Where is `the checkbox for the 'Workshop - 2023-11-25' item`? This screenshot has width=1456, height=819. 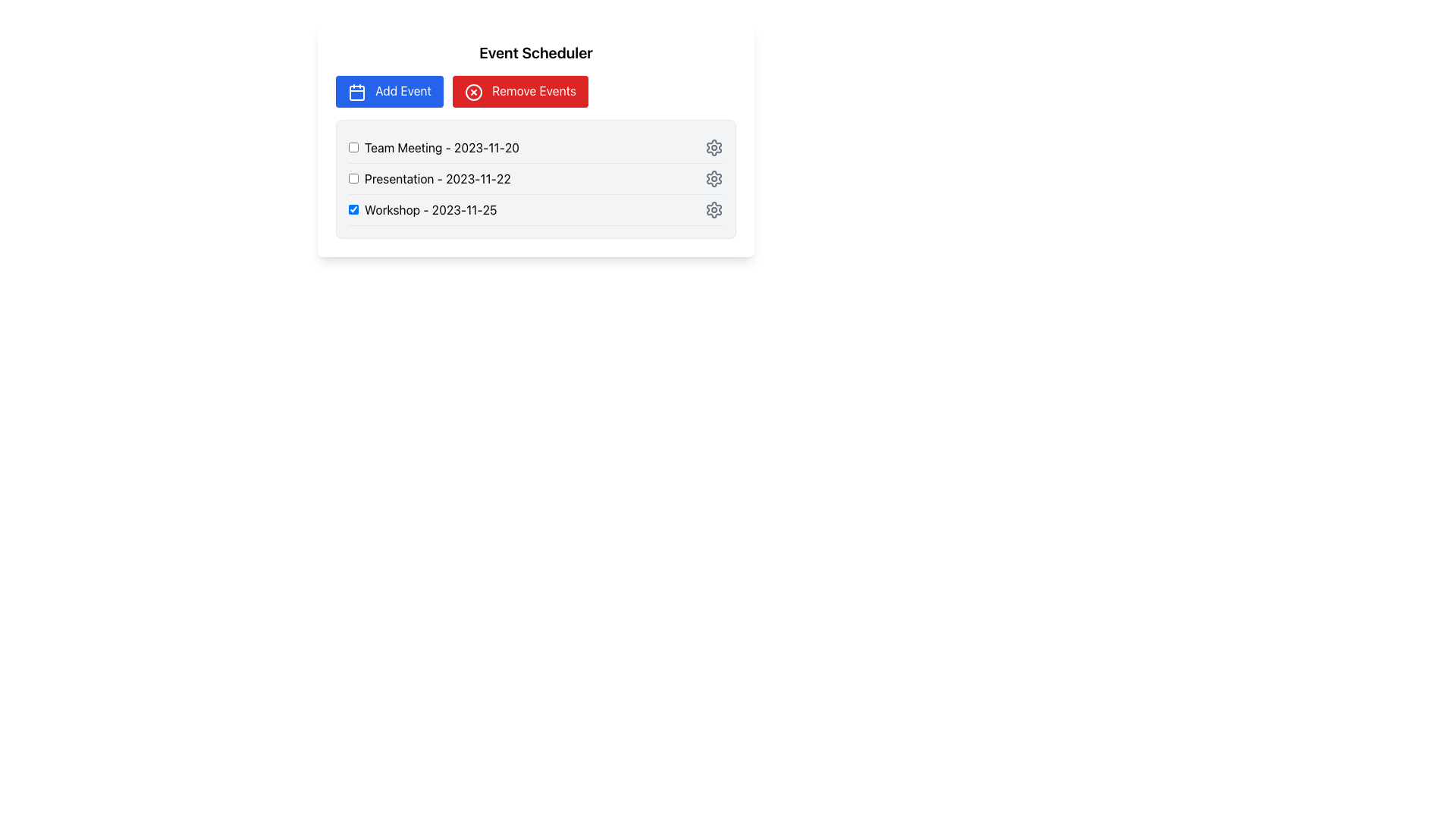 the checkbox for the 'Workshop - 2023-11-25' item is located at coordinates (353, 209).